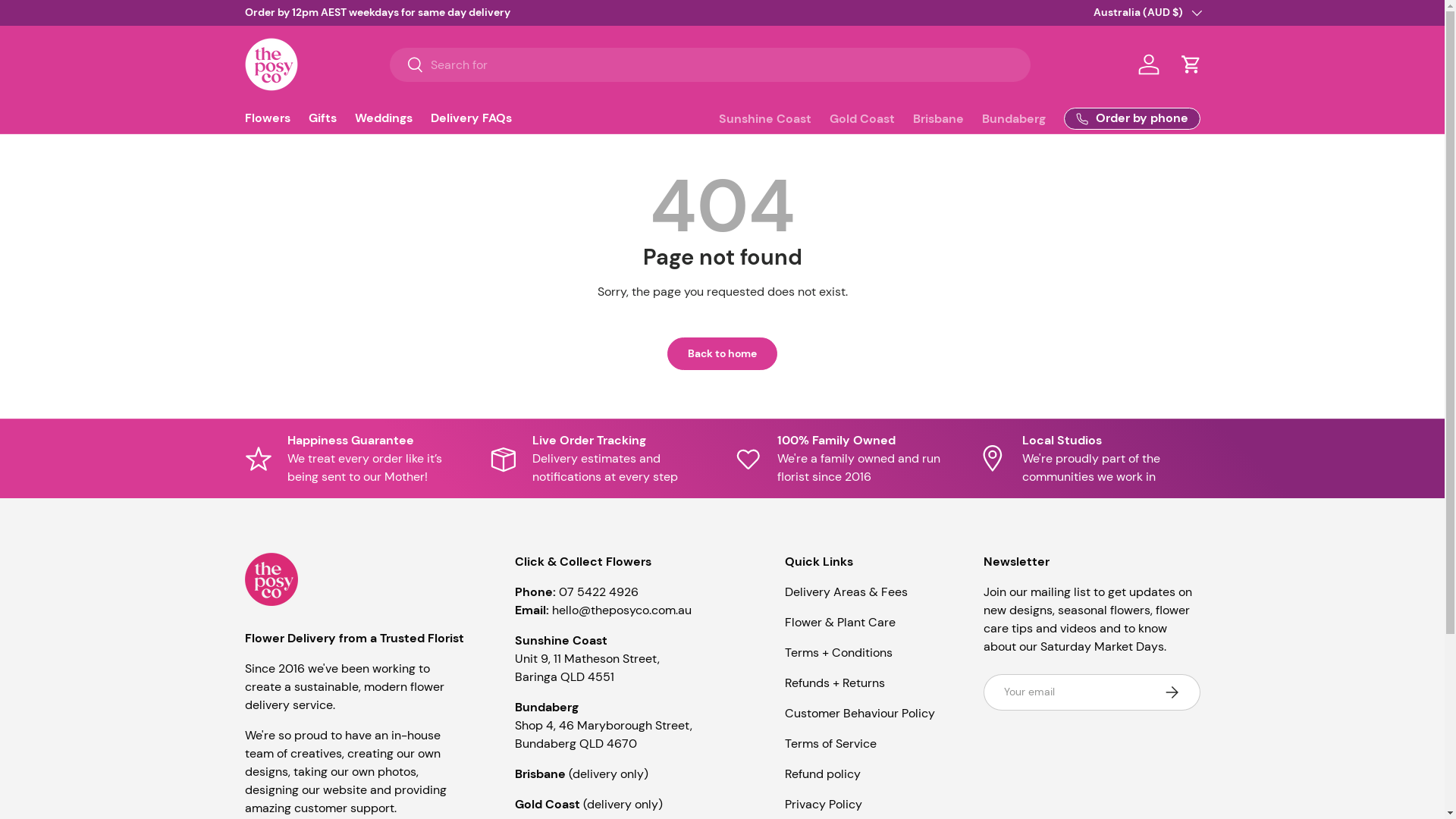 This screenshot has width=1456, height=819. What do you see at coordinates (1189, 63) in the screenshot?
I see `'Cart'` at bounding box center [1189, 63].